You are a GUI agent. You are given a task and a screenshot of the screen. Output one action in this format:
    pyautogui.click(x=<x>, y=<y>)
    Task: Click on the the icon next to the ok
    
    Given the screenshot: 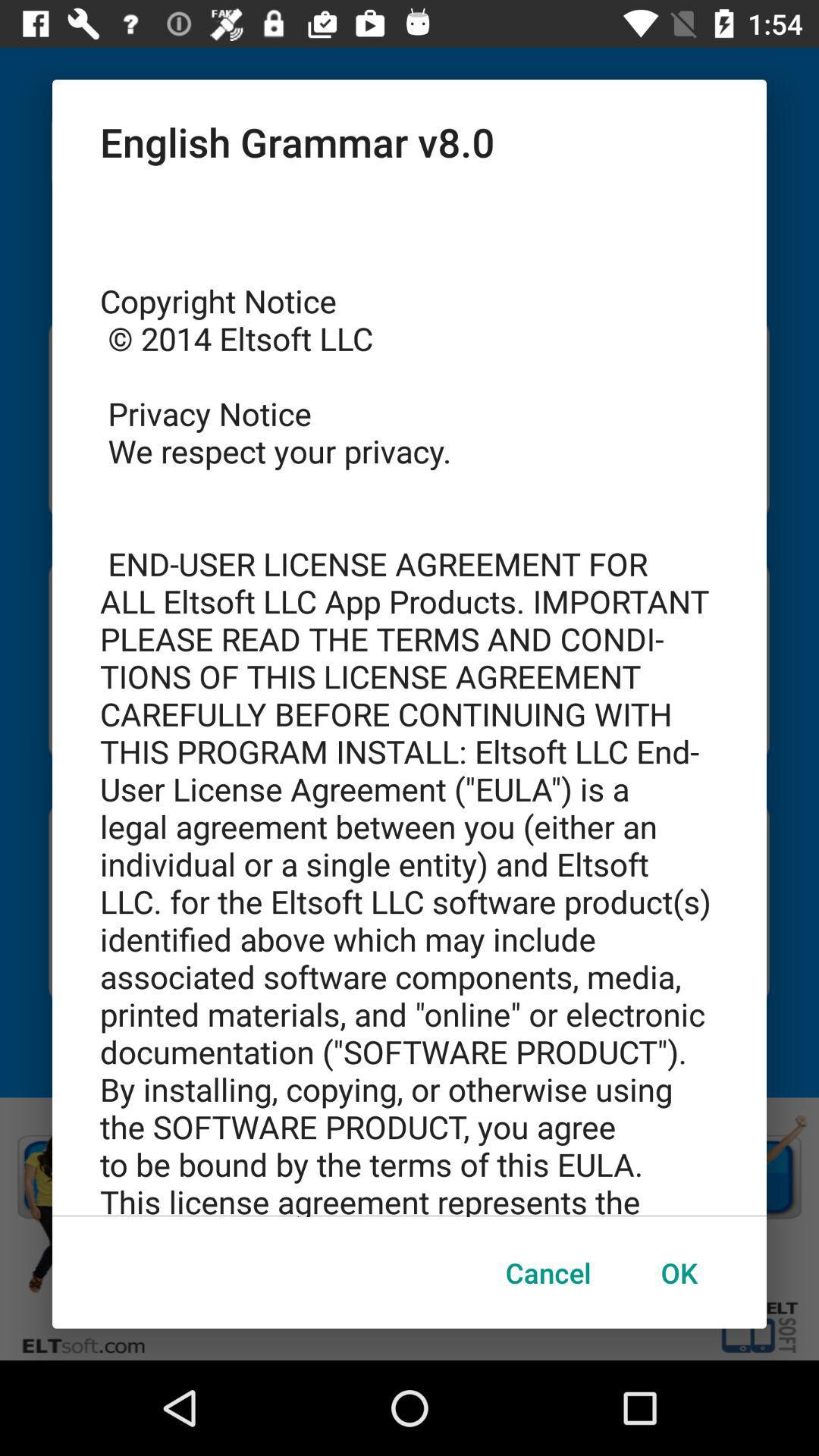 What is the action you would take?
    pyautogui.click(x=548, y=1272)
    